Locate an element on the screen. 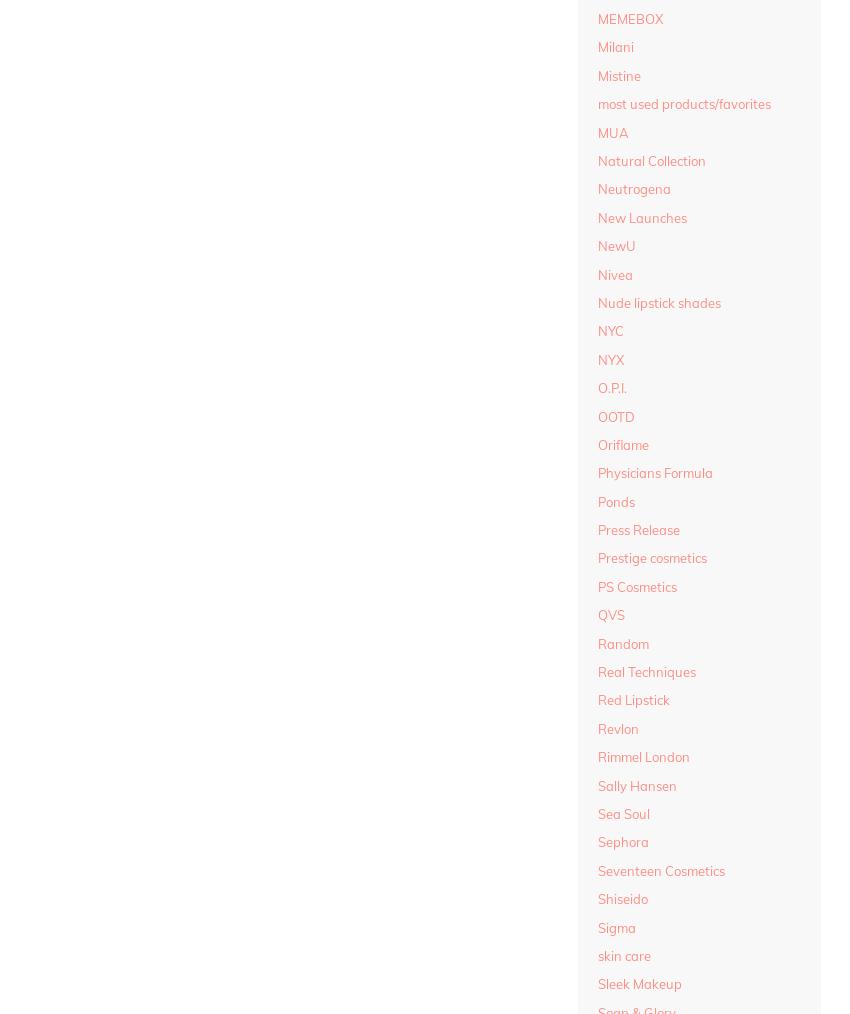 This screenshot has height=1014, width=850. 'Physicians Formula' is located at coordinates (596, 473).